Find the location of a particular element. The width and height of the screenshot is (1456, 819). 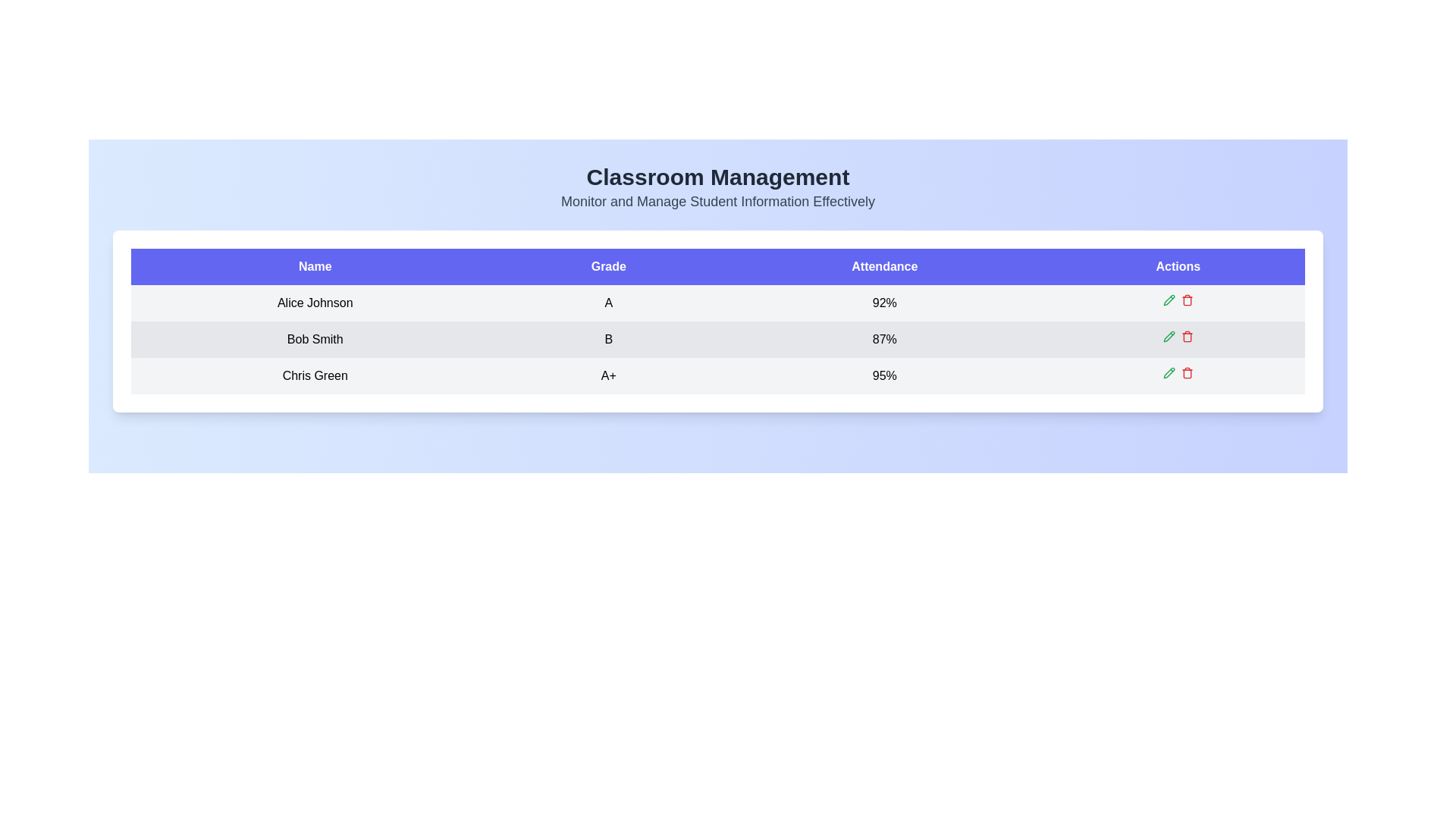

the edit button in the 'Actions' column for the student Bob Smith to initiate editing is located at coordinates (1168, 335).